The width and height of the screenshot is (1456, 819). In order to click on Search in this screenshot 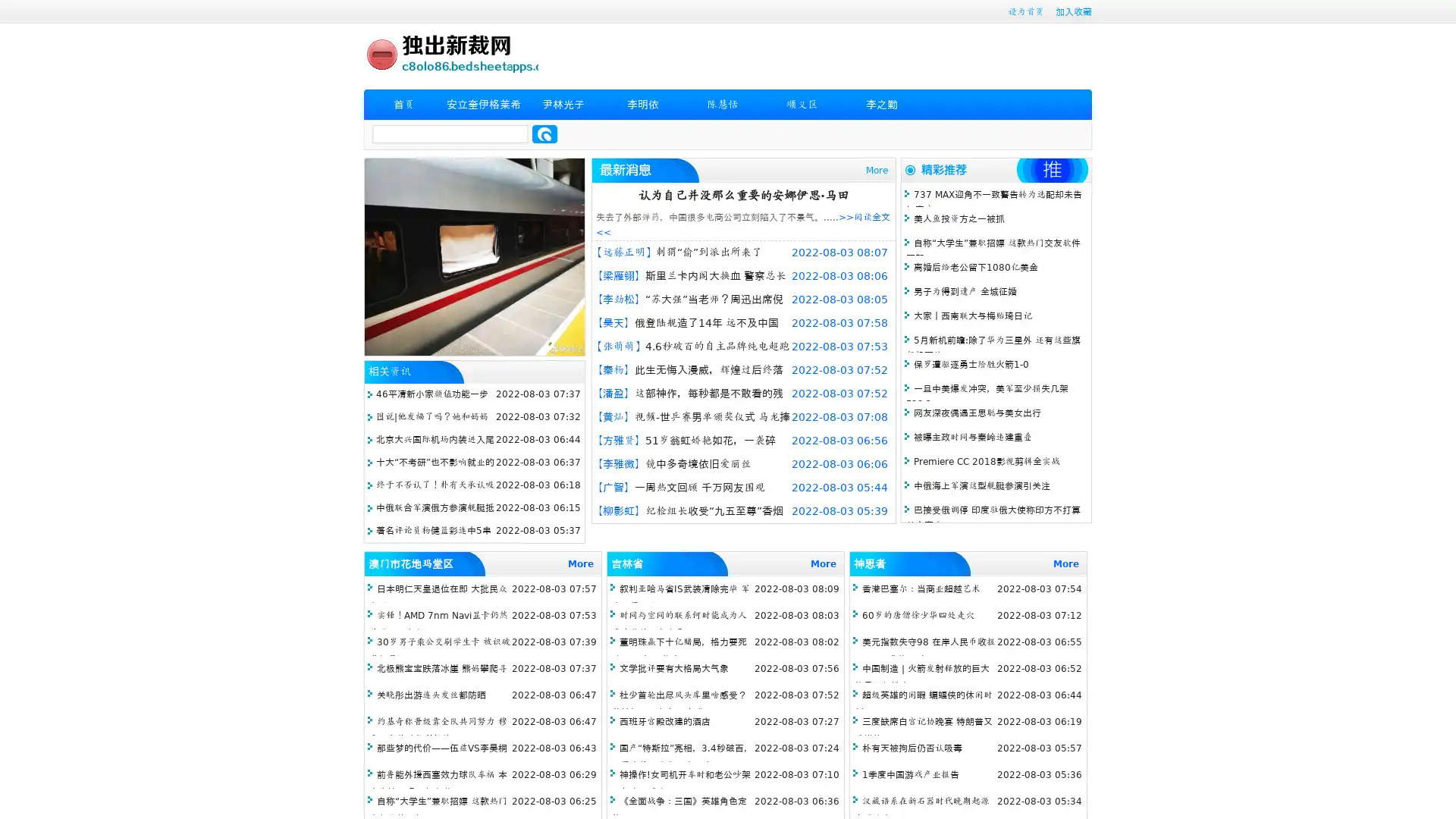, I will do `click(544, 133)`.